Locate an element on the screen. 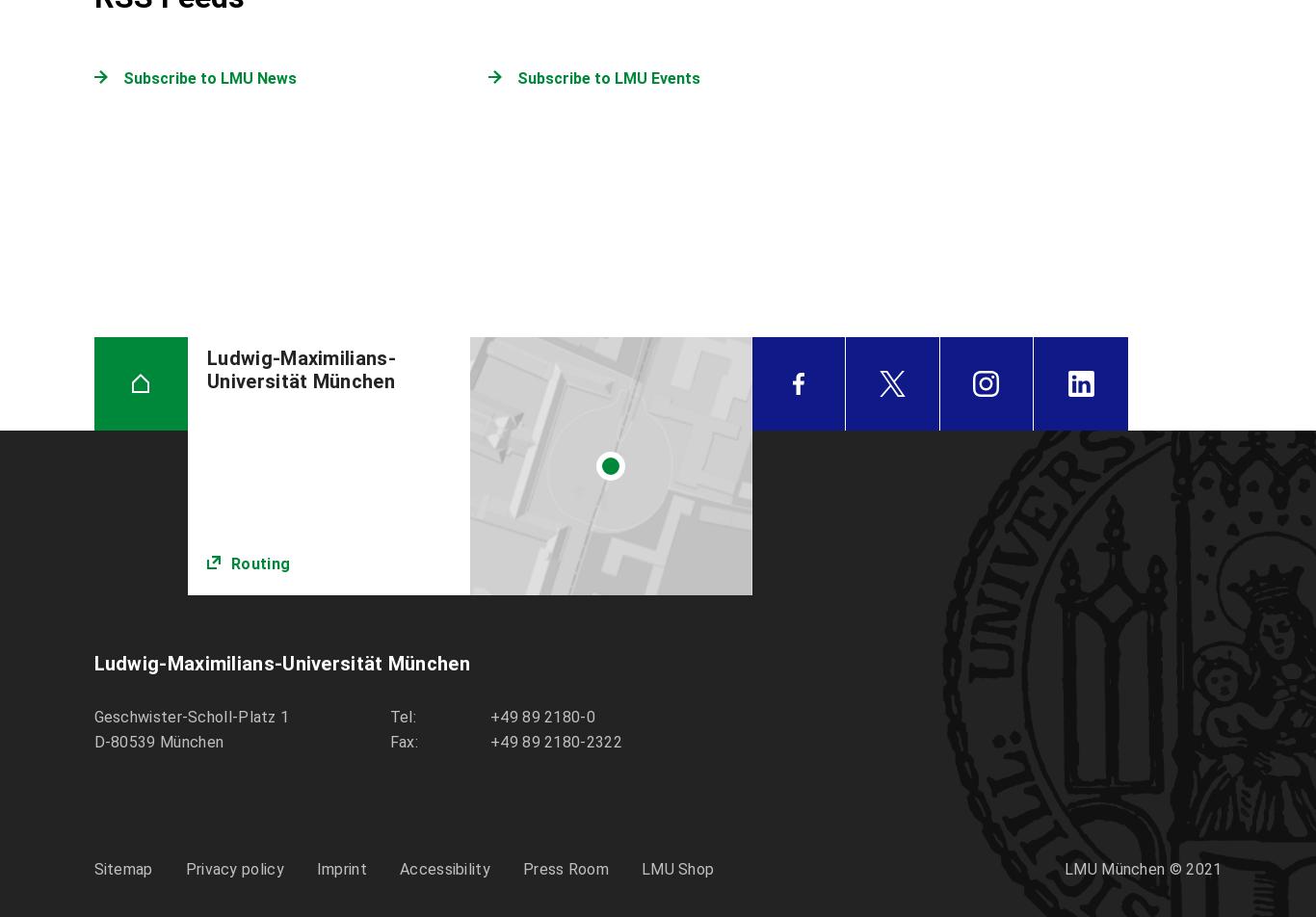  'Accessibility' is located at coordinates (444, 869).